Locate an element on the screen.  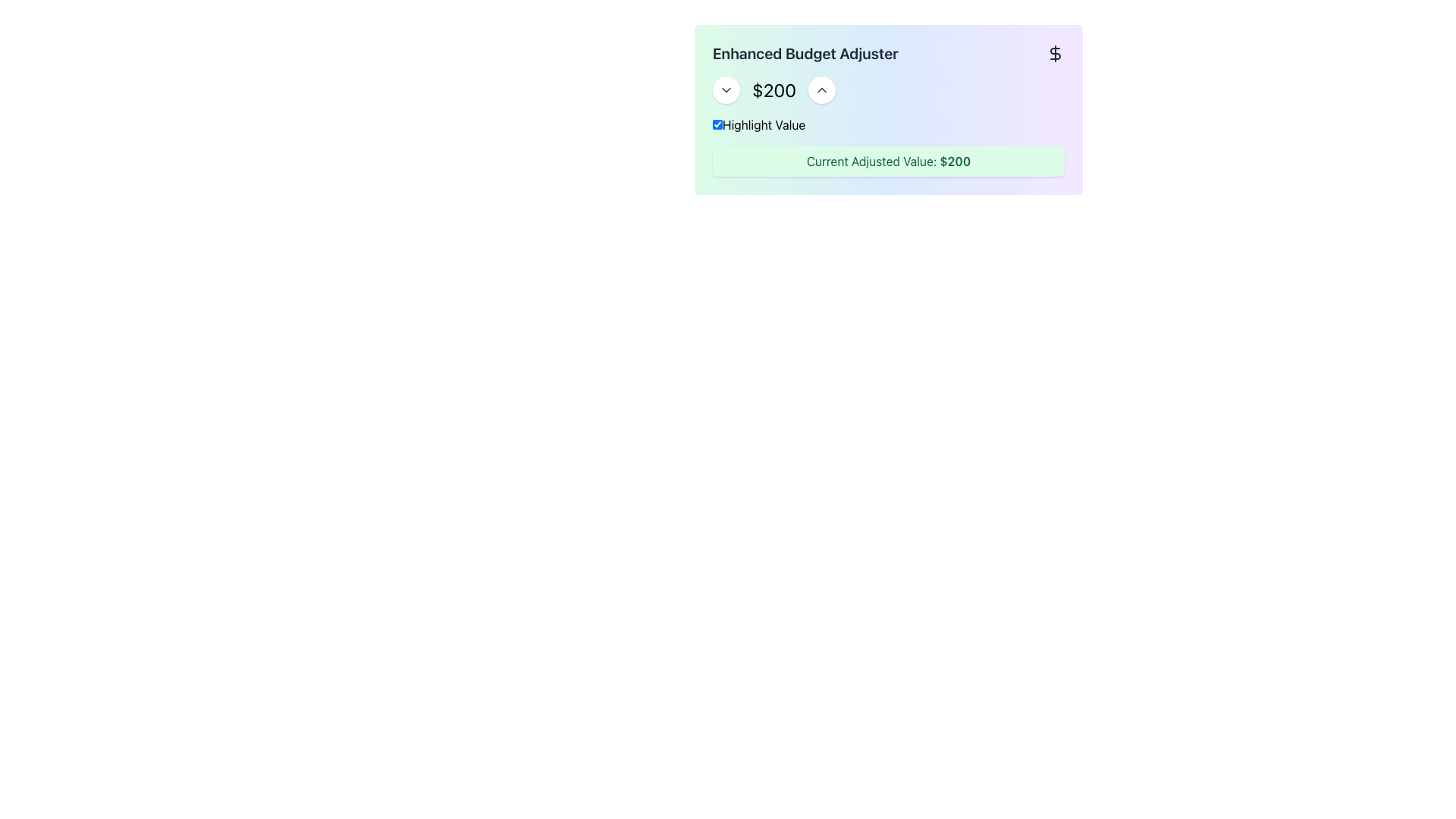
the buttons of the Composite UI element displaying a monetary value ('$200') within the 'Enhanced Budget Adjuster' section for visual feedback is located at coordinates (888, 90).